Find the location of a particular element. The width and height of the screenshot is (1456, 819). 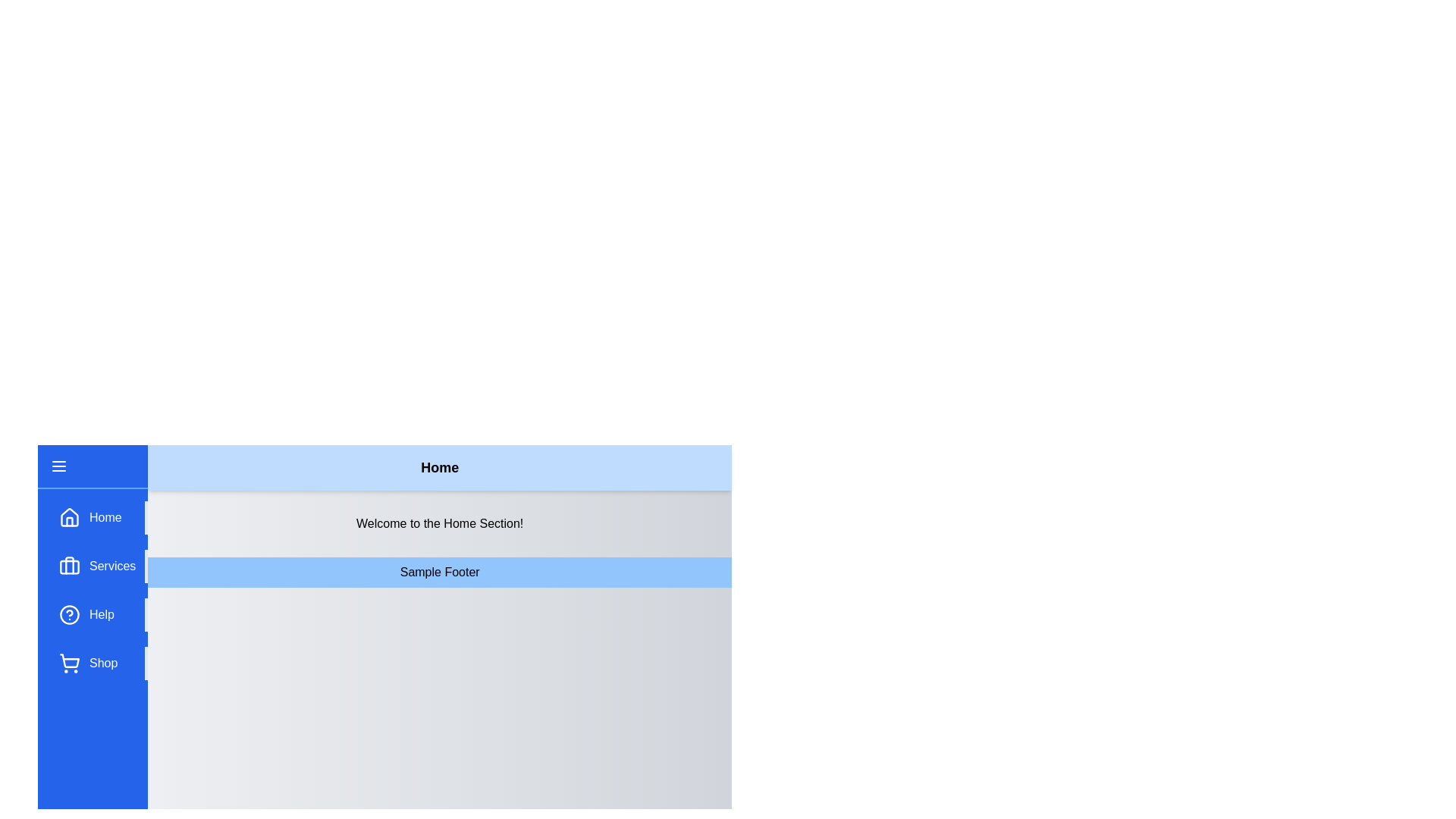

the static welcome message text block located below the 'Home' title bar and above the 'Sample Footer' section is located at coordinates (439, 522).